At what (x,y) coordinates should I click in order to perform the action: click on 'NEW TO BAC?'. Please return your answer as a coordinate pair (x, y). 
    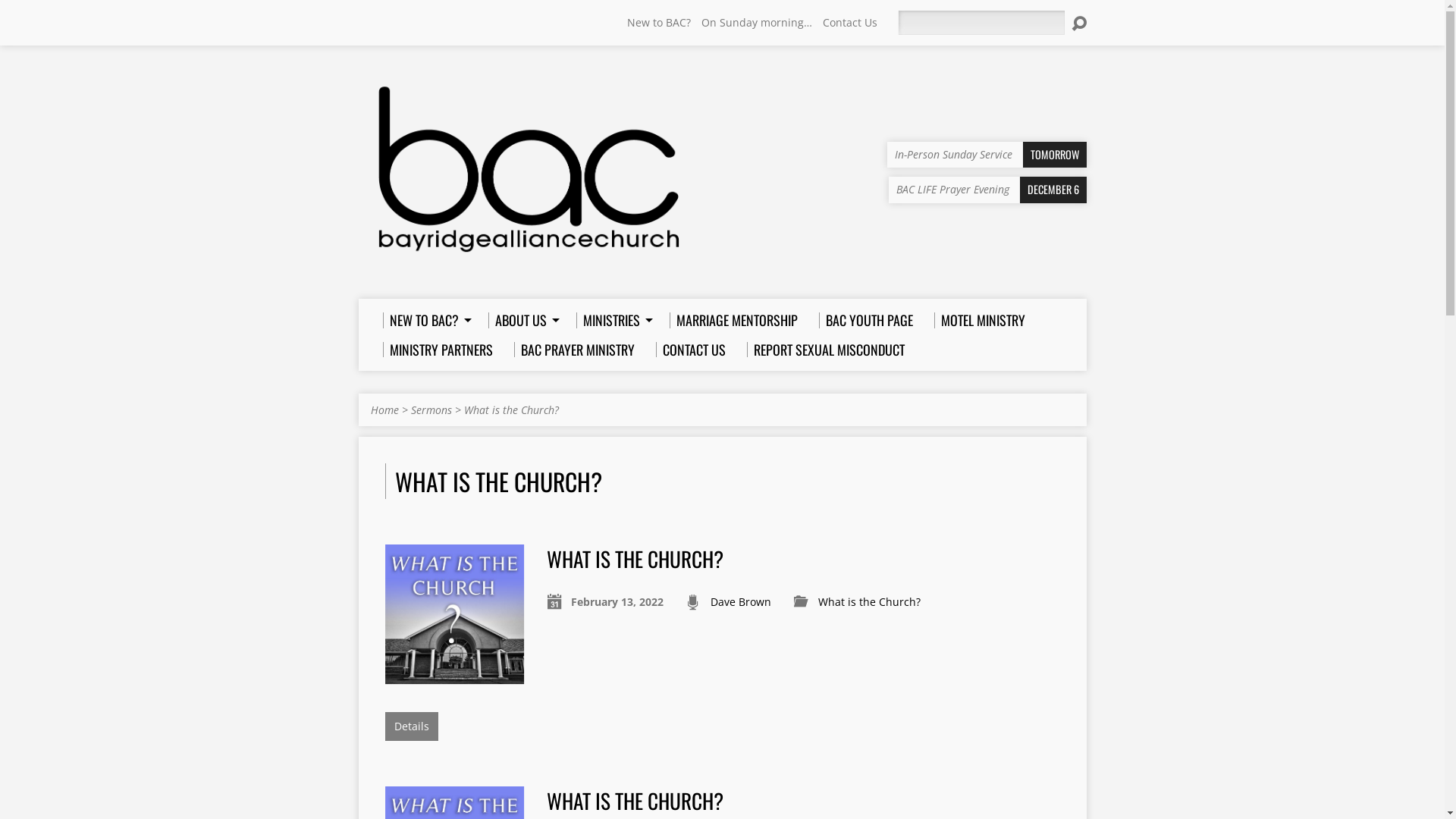
    Looking at the image, I should click on (424, 318).